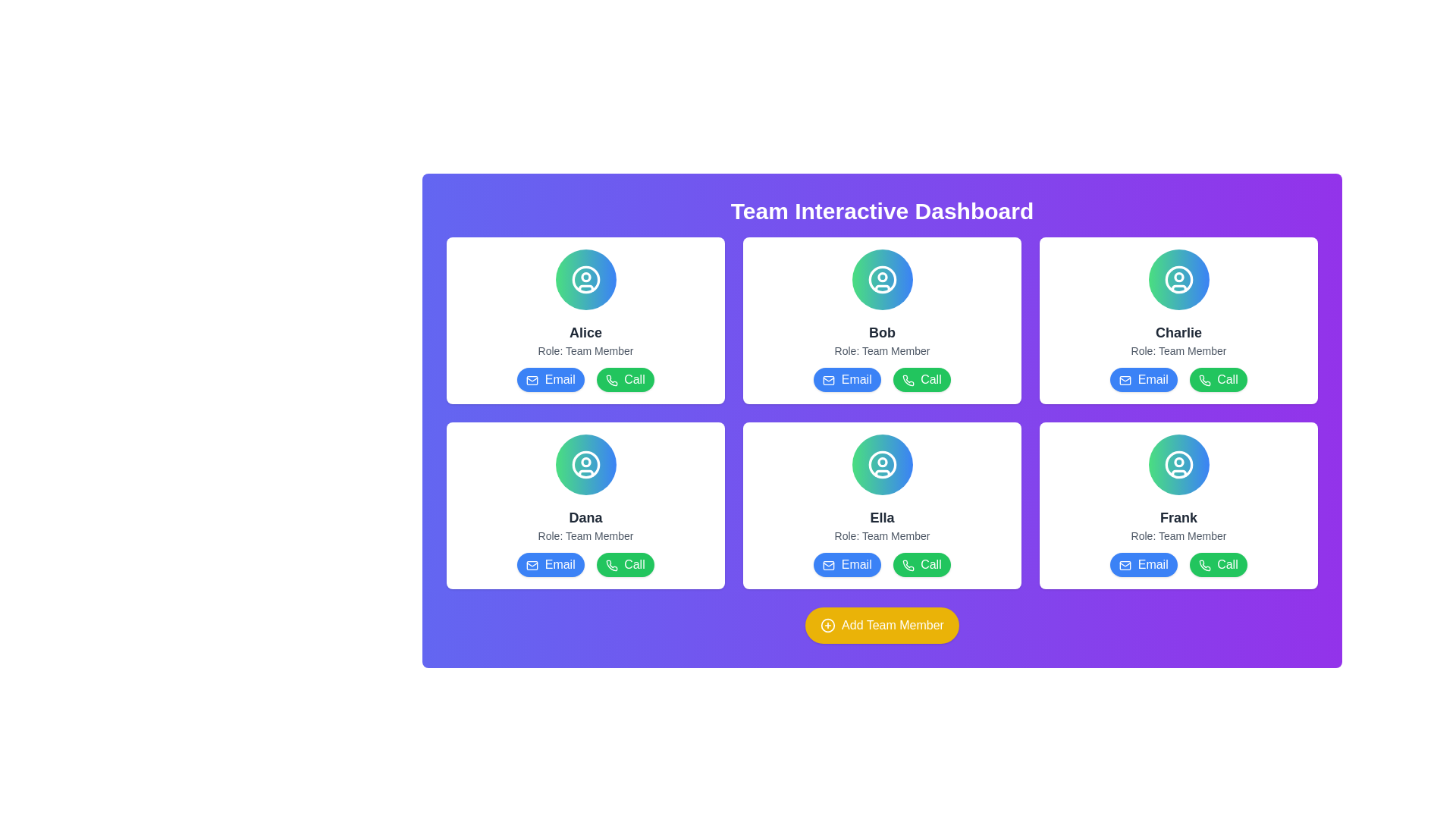 The image size is (1456, 819). I want to click on the button located at the bottom of the dashboard, so click(882, 626).